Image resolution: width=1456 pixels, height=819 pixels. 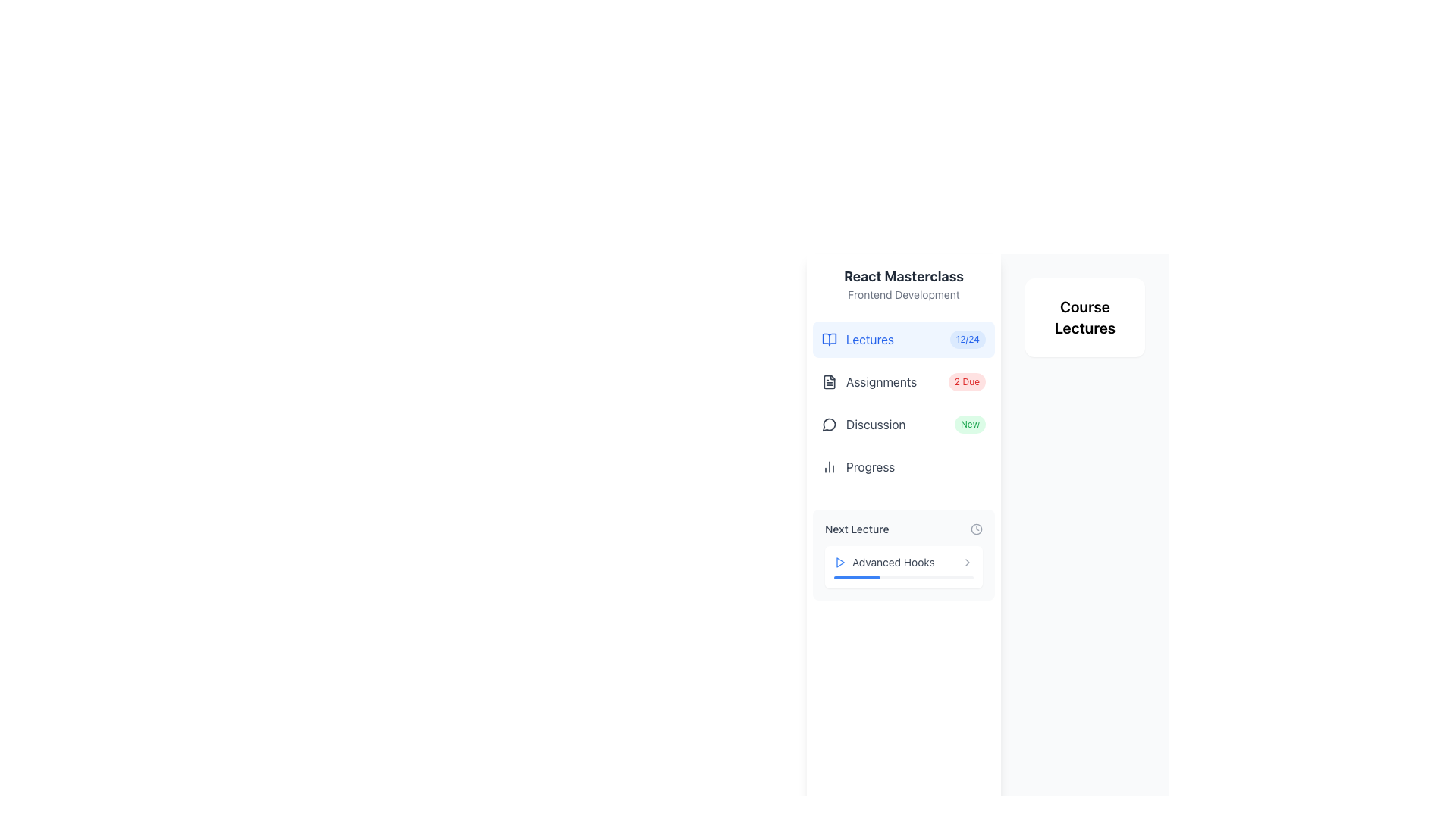 What do you see at coordinates (903, 424) in the screenshot?
I see `the green badge labeled 'New' on the third list item in the sidebar that includes the text 'Discussion'` at bounding box center [903, 424].